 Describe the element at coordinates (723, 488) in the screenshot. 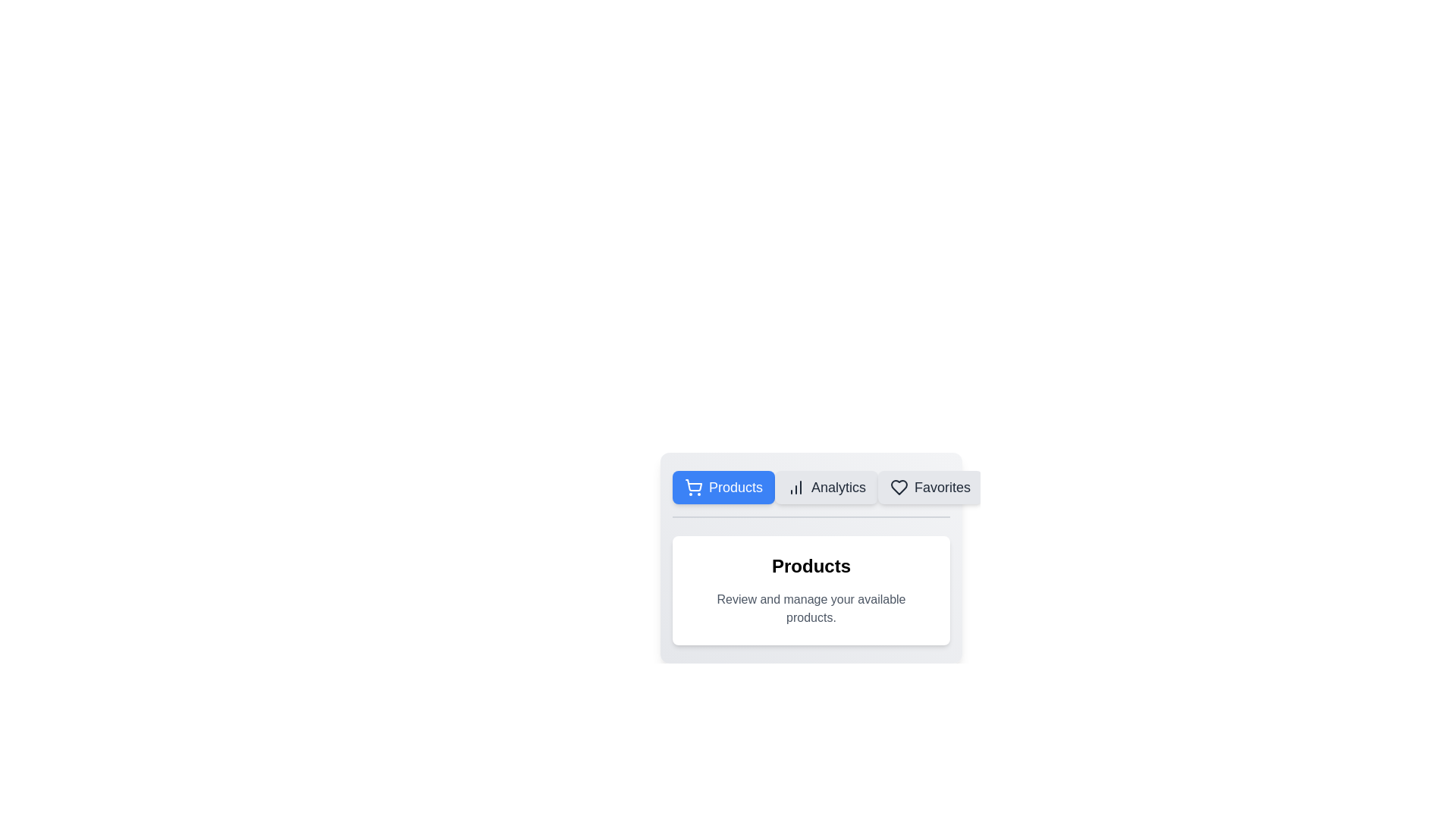

I see `the 'Products' navigation button located on the left side of the button group` at that location.